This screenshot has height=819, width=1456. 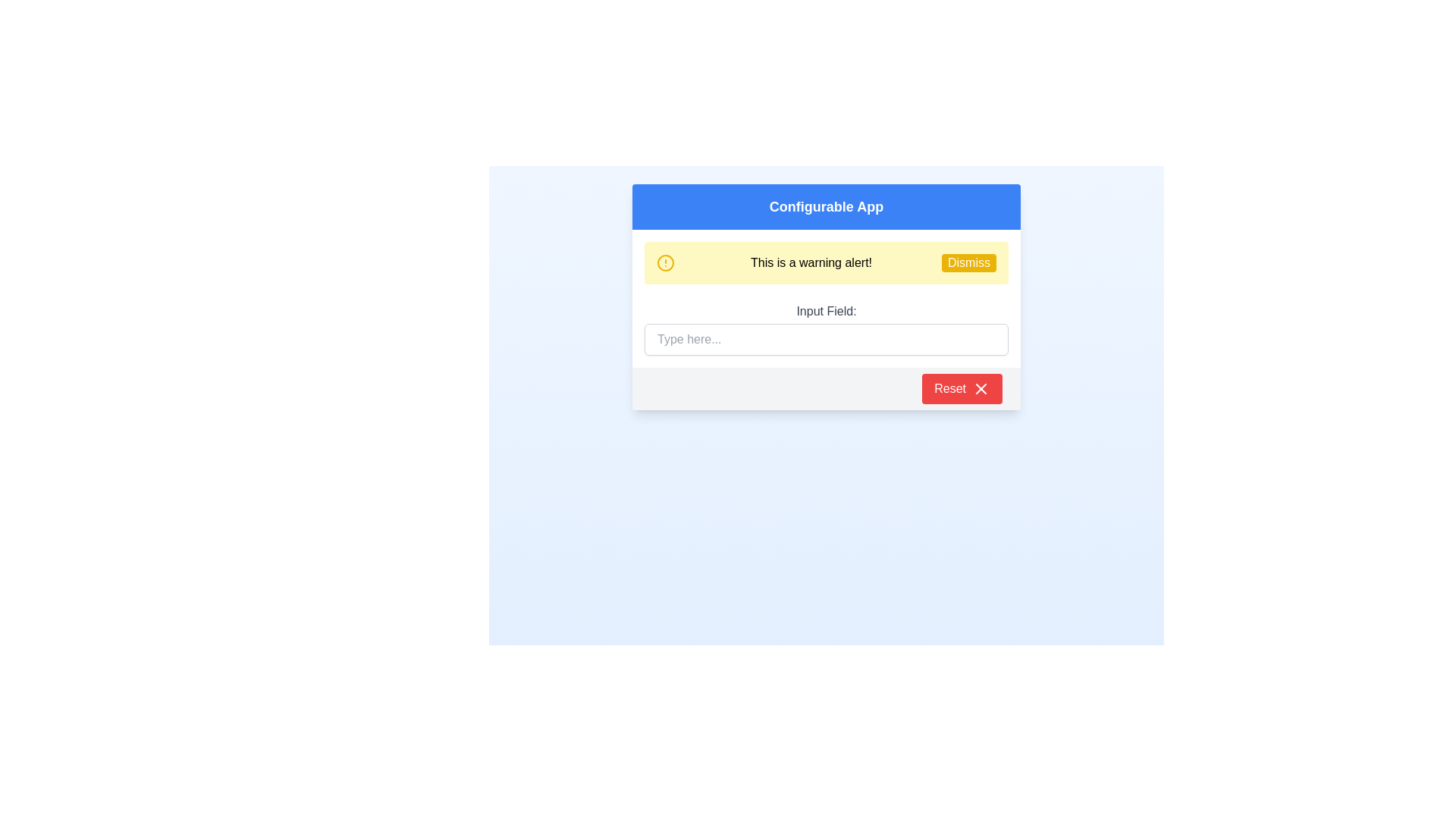 I want to click on the bold text element displaying 'Configurable App' which is centered inside a blue rectangular panel at the top of the interface, so click(x=825, y=207).